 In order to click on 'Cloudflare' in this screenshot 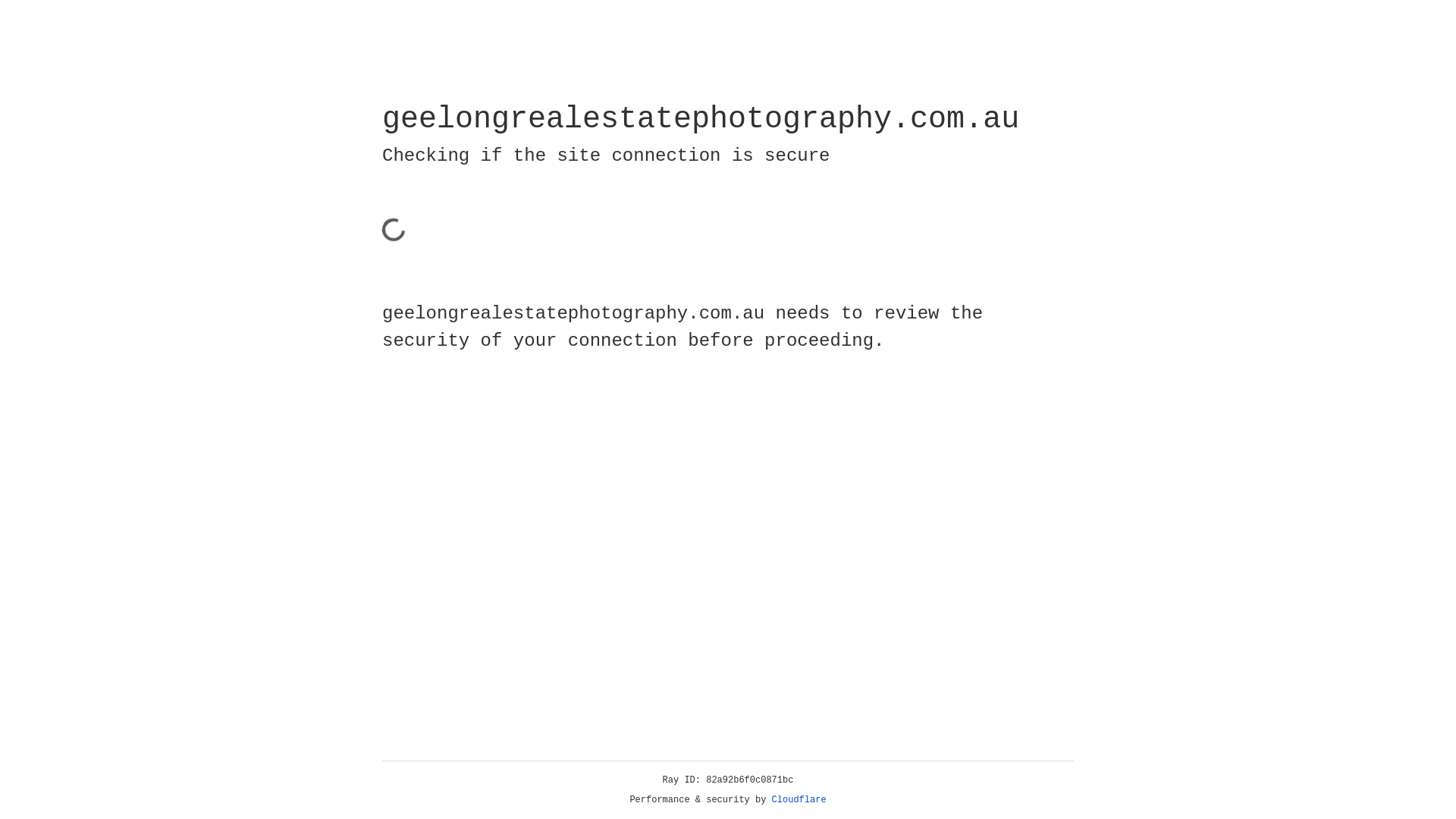, I will do `click(799, 799)`.